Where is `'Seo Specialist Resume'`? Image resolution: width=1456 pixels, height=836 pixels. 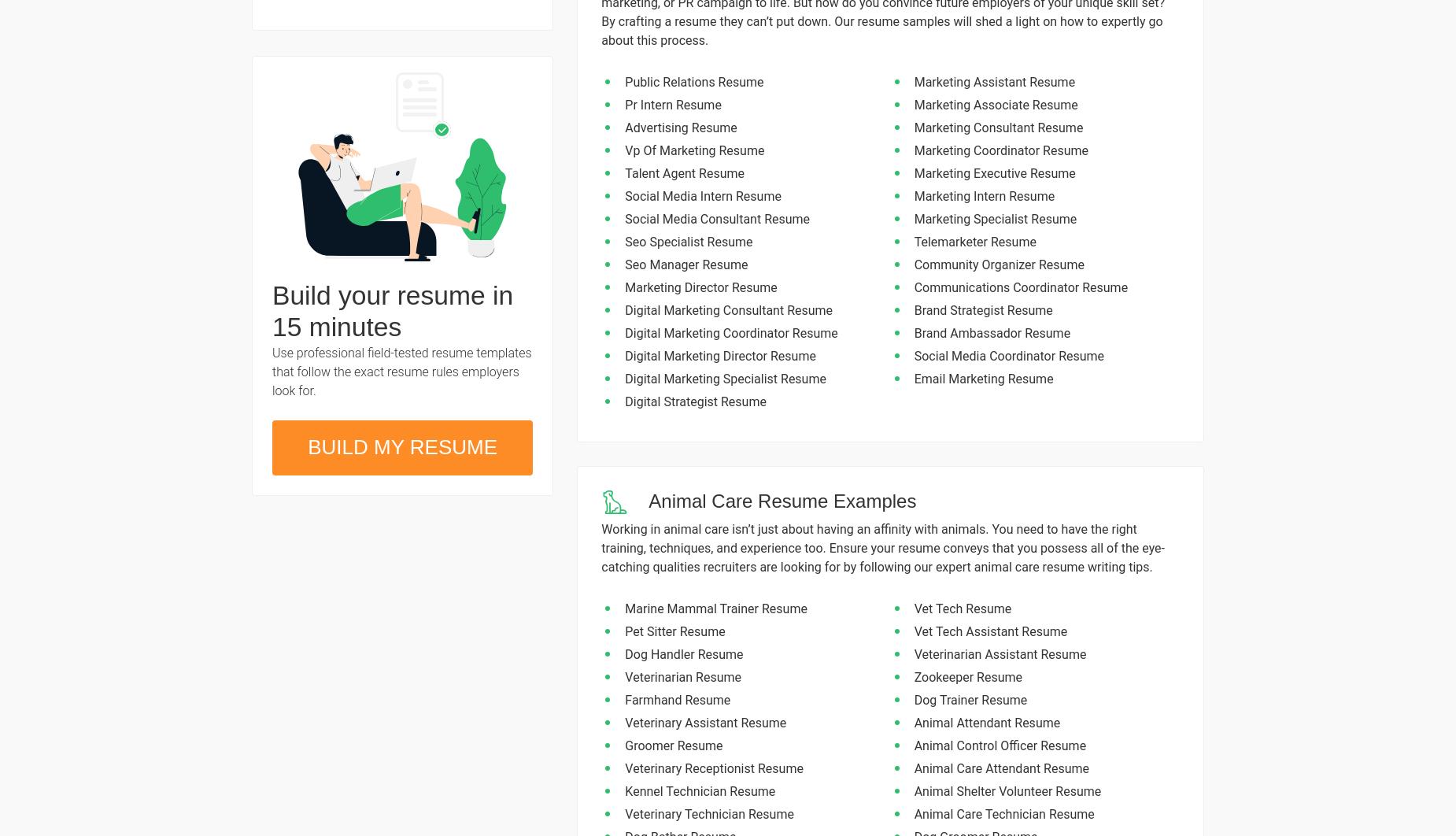 'Seo Specialist Resume' is located at coordinates (689, 241).